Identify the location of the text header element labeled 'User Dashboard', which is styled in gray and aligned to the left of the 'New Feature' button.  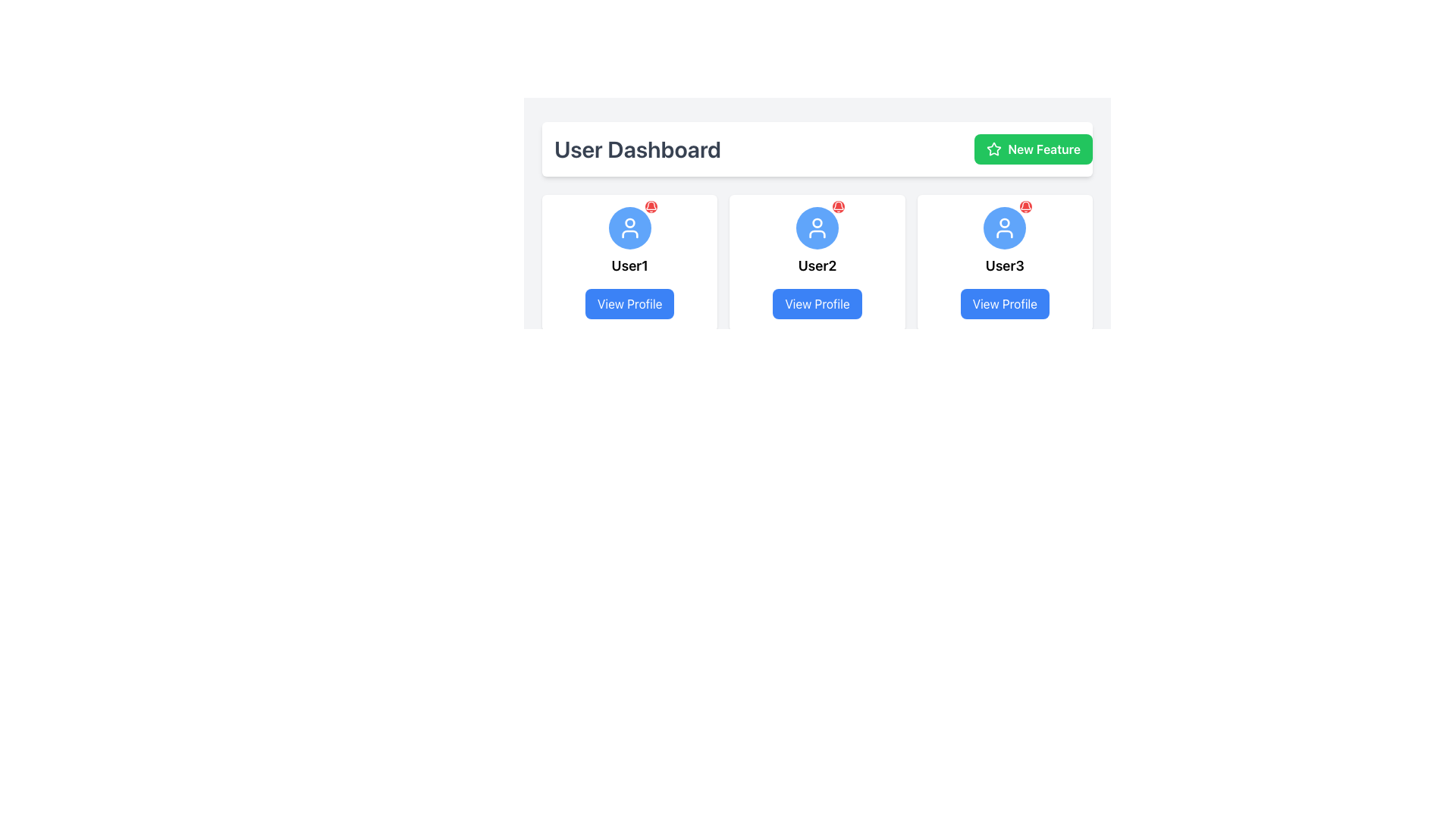
(637, 149).